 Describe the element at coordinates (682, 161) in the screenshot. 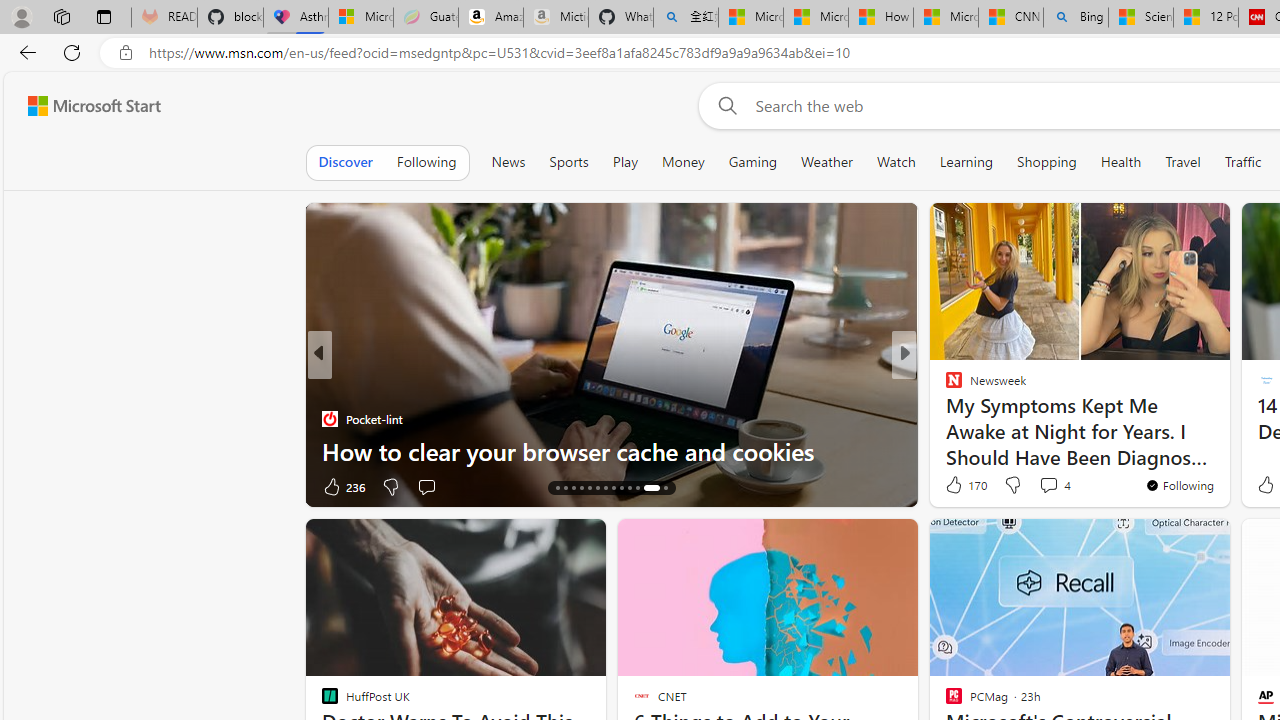

I see `'Money'` at that location.